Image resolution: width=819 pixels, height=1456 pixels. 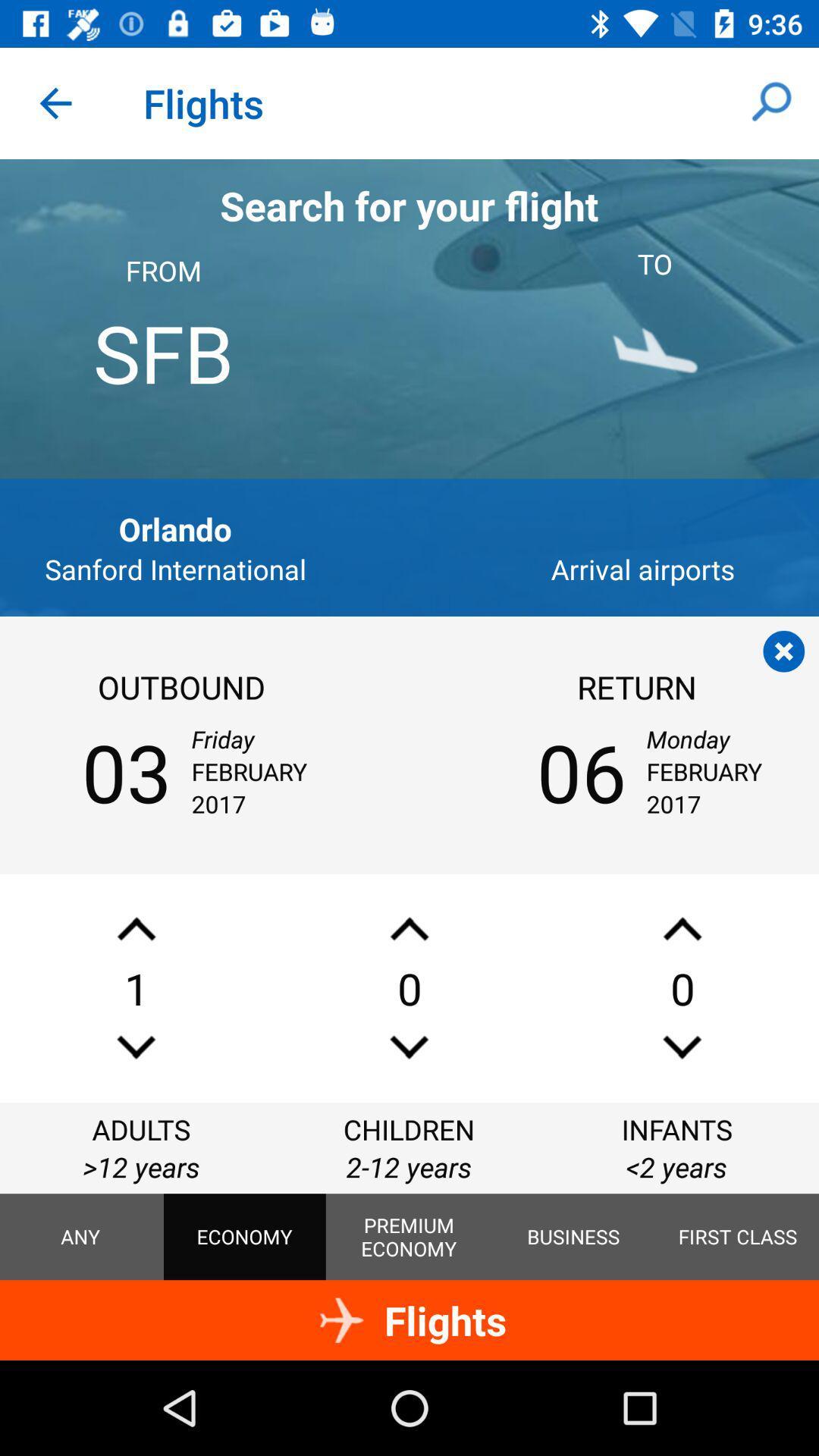 I want to click on icon next to flights, so click(x=55, y=102).